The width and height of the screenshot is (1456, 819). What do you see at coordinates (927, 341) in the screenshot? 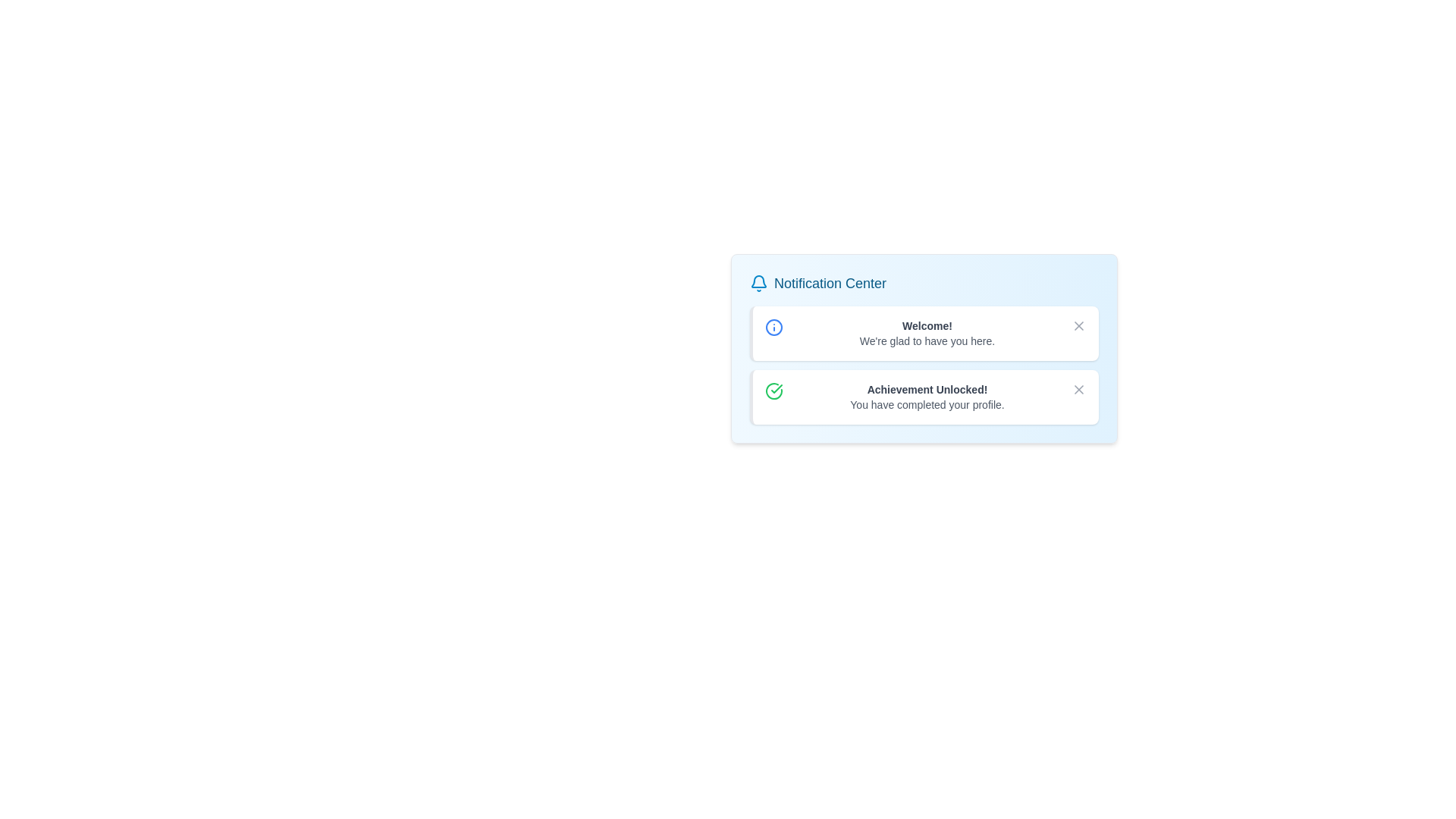
I see `the static text UI component that displays the message 'We're glad to have you here.' located below the 'Welcome!' title within the notification card` at bounding box center [927, 341].